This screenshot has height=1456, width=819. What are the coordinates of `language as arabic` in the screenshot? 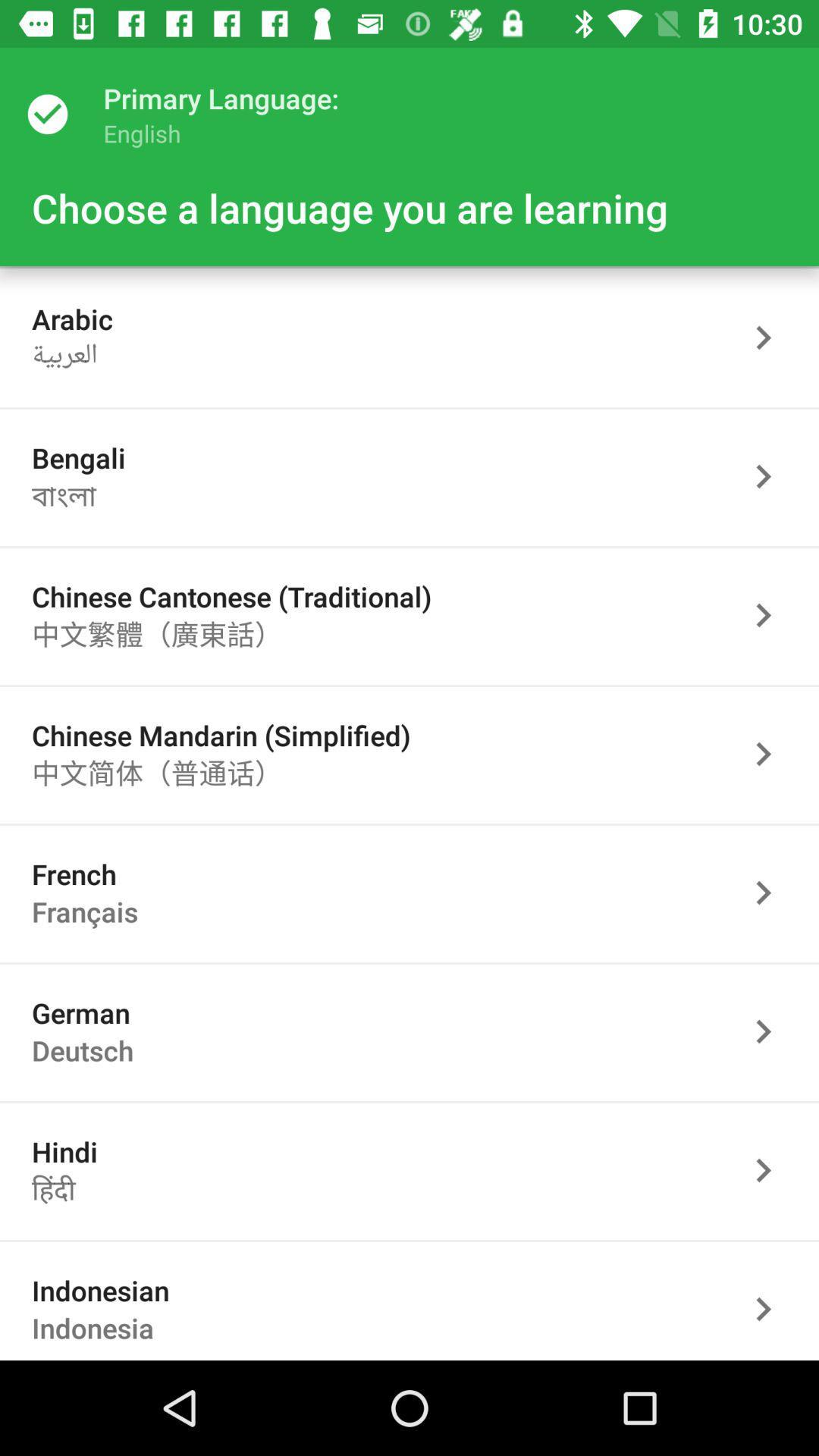 It's located at (771, 337).